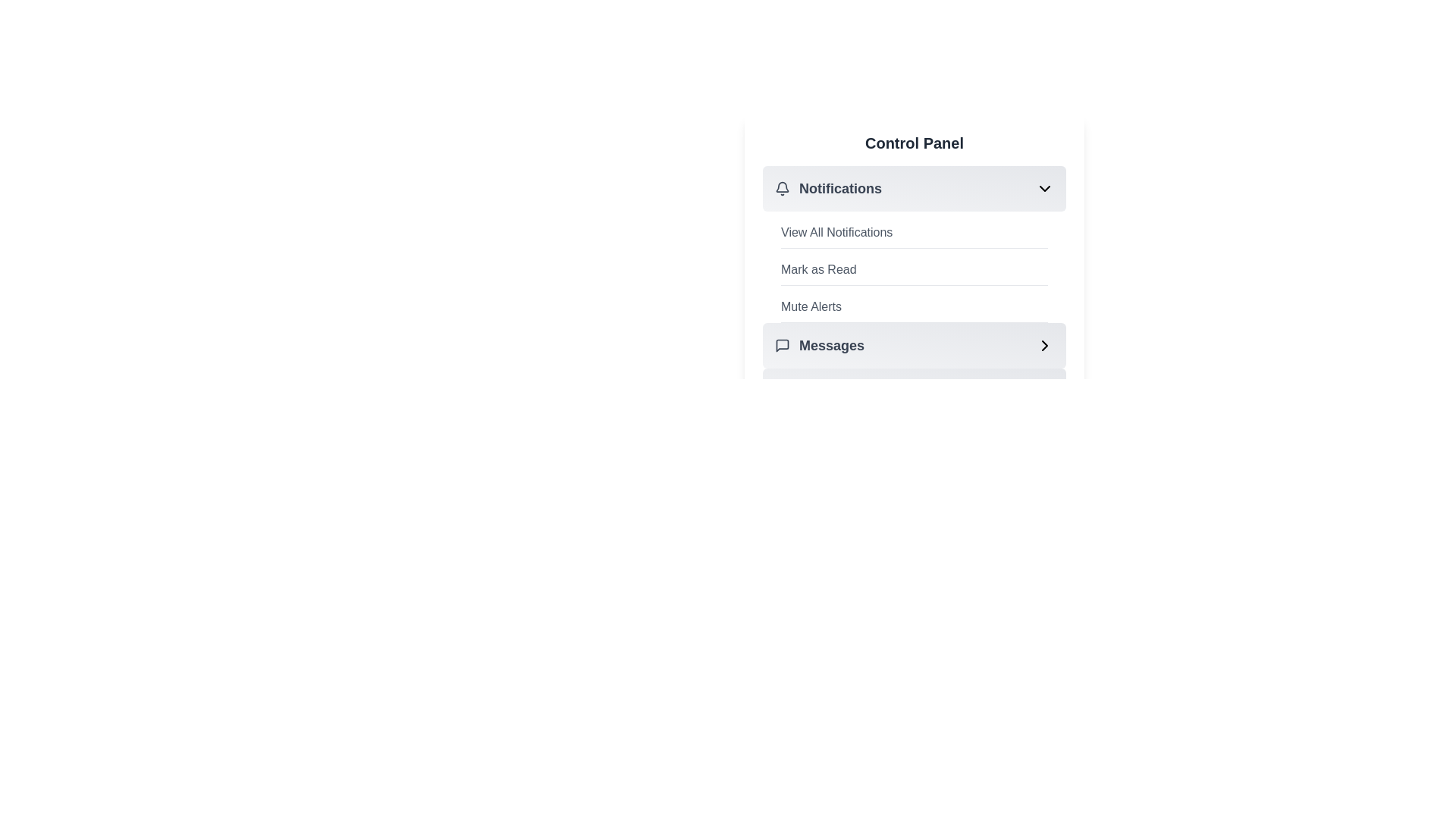 The width and height of the screenshot is (1456, 819). I want to click on the chevron icon located on the far-right side of the 'Notifications' panel, so click(1043, 188).